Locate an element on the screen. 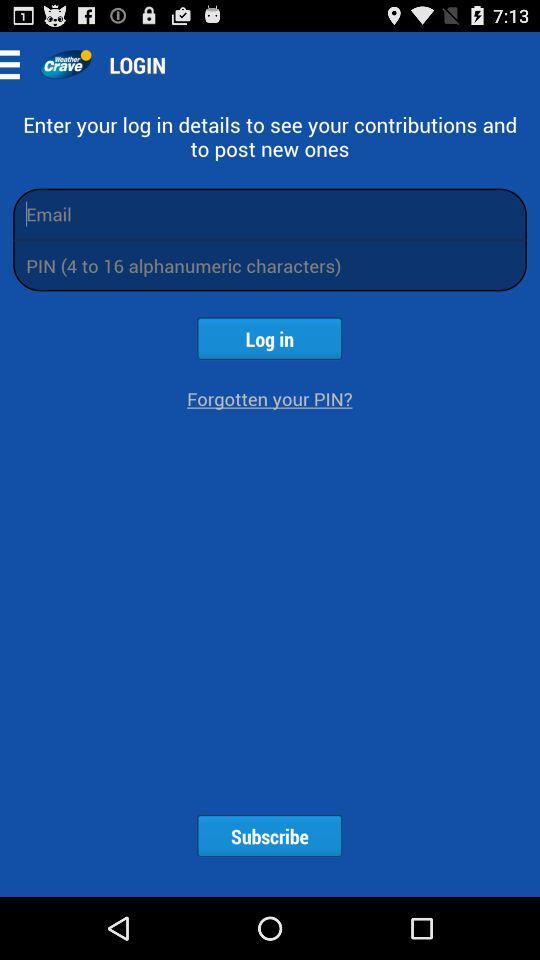  the subscribe app is located at coordinates (269, 836).